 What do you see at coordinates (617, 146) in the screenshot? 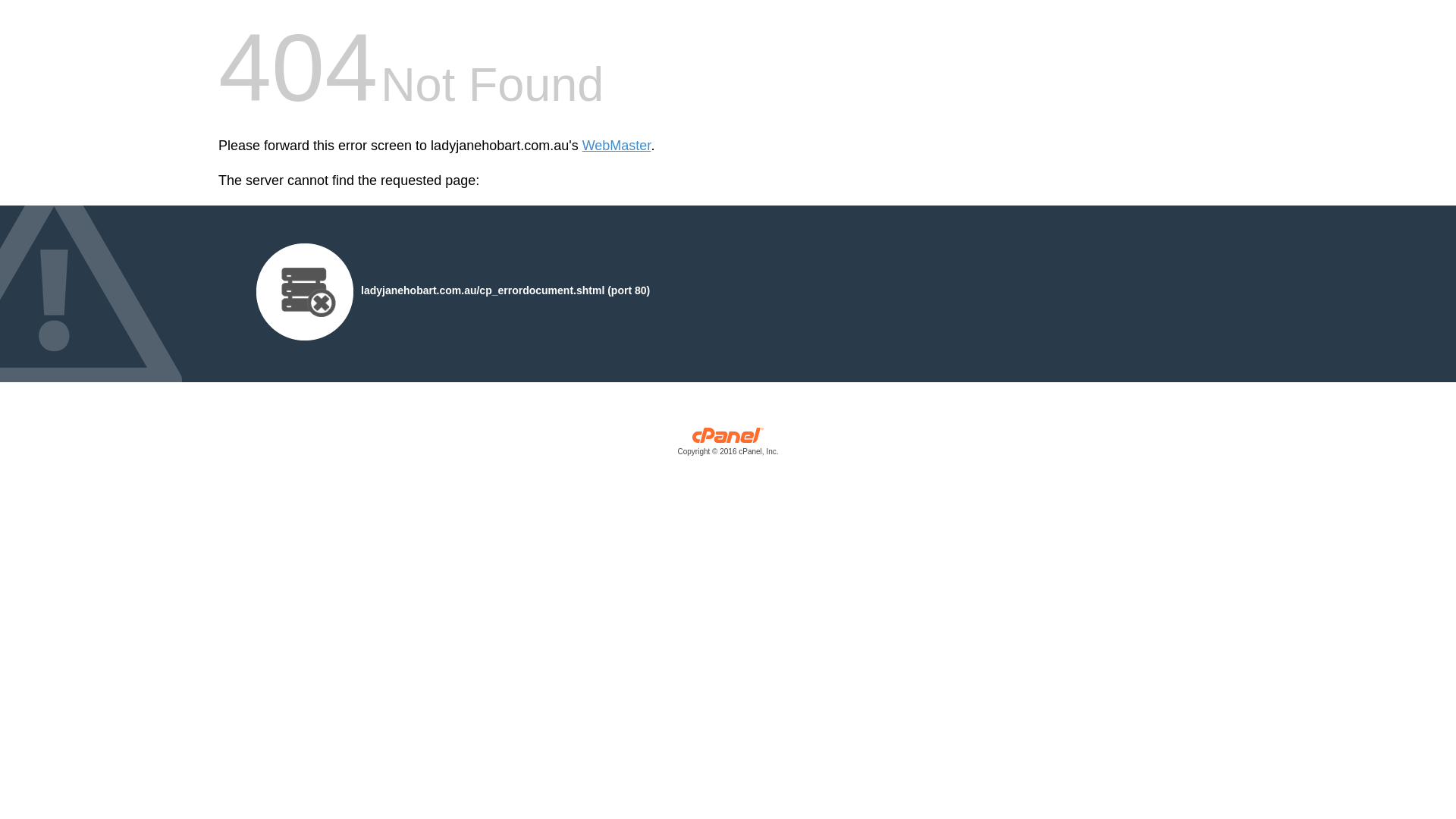
I see `'WebMaster'` at bounding box center [617, 146].